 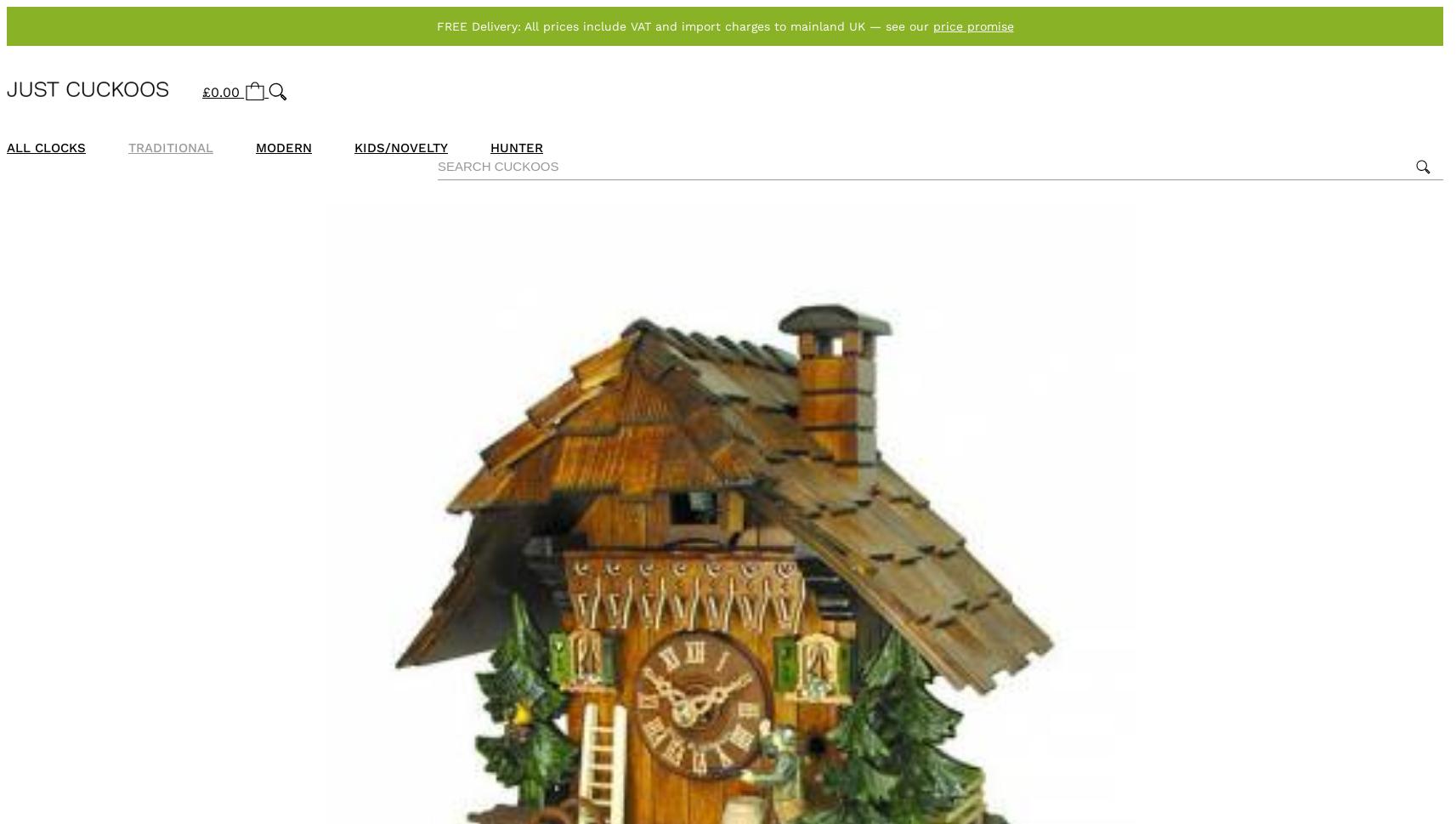 I want to click on 'All', so click(x=20, y=147).